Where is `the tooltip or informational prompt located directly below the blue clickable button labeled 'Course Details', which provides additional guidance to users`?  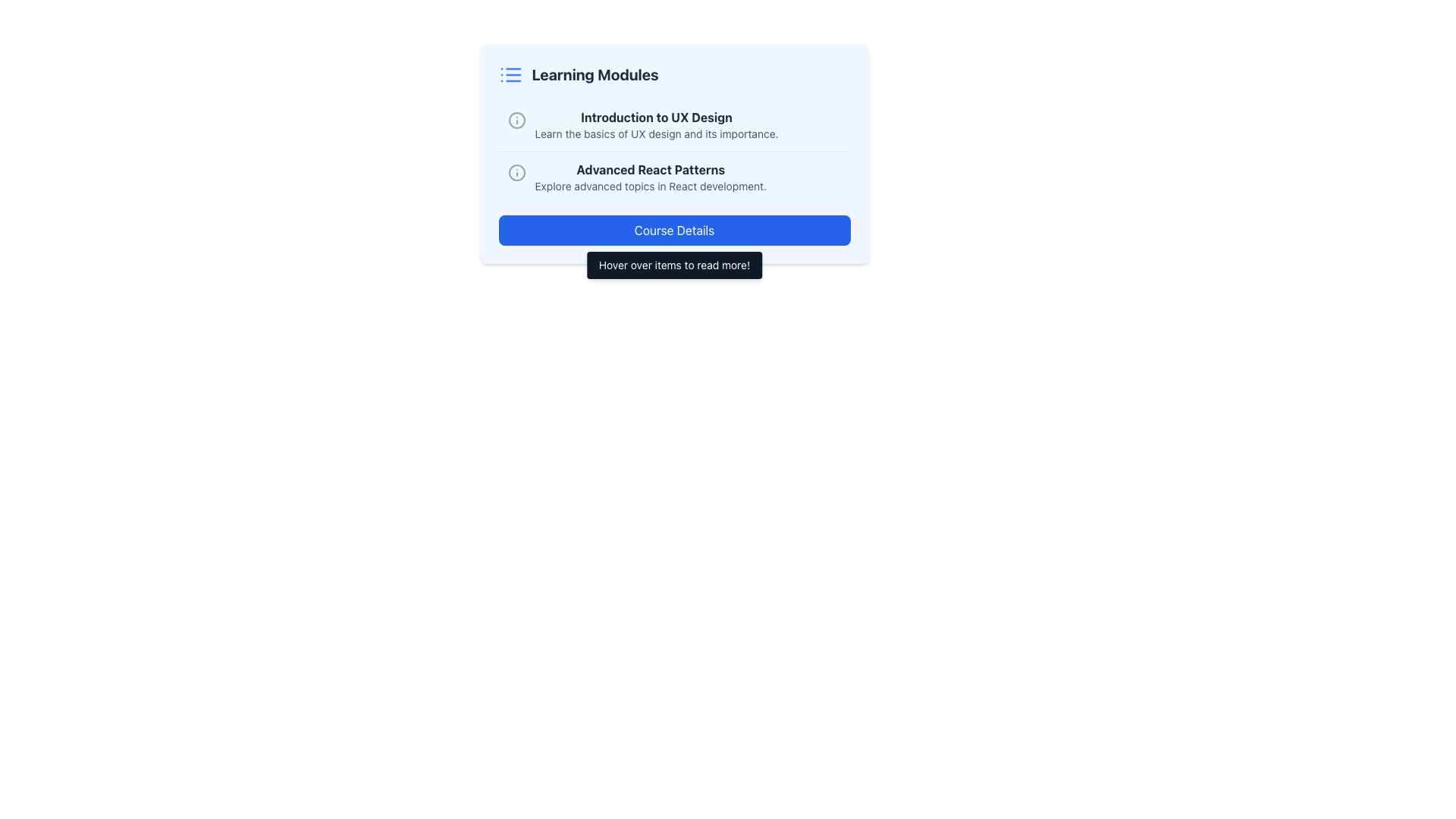 the tooltip or informational prompt located directly below the blue clickable button labeled 'Course Details', which provides additional guidance to users is located at coordinates (673, 265).